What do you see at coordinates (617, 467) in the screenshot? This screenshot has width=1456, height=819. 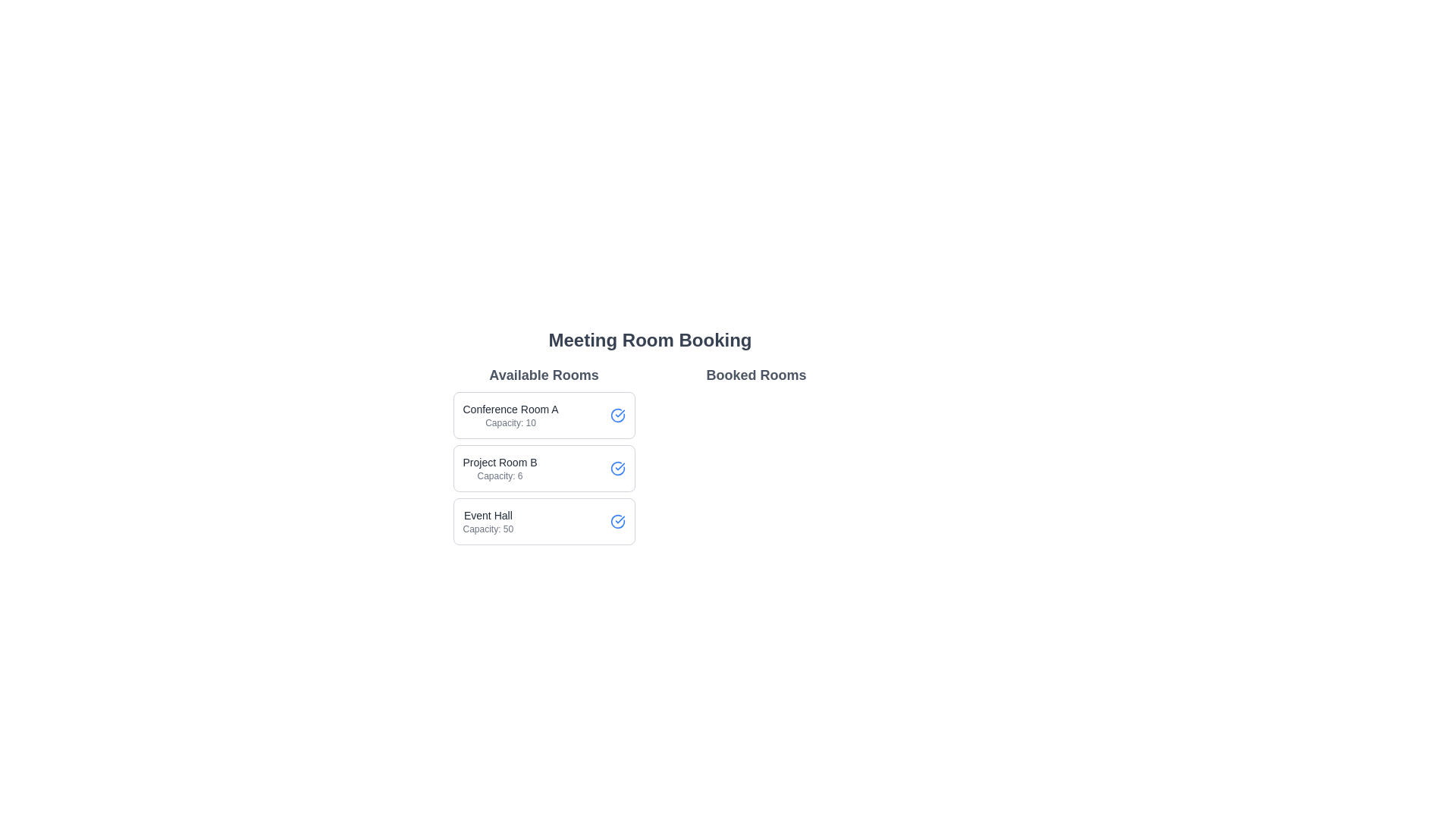 I see `the status icon for 'Project Room B', which is represented by a checkmark inside a circle` at bounding box center [617, 467].